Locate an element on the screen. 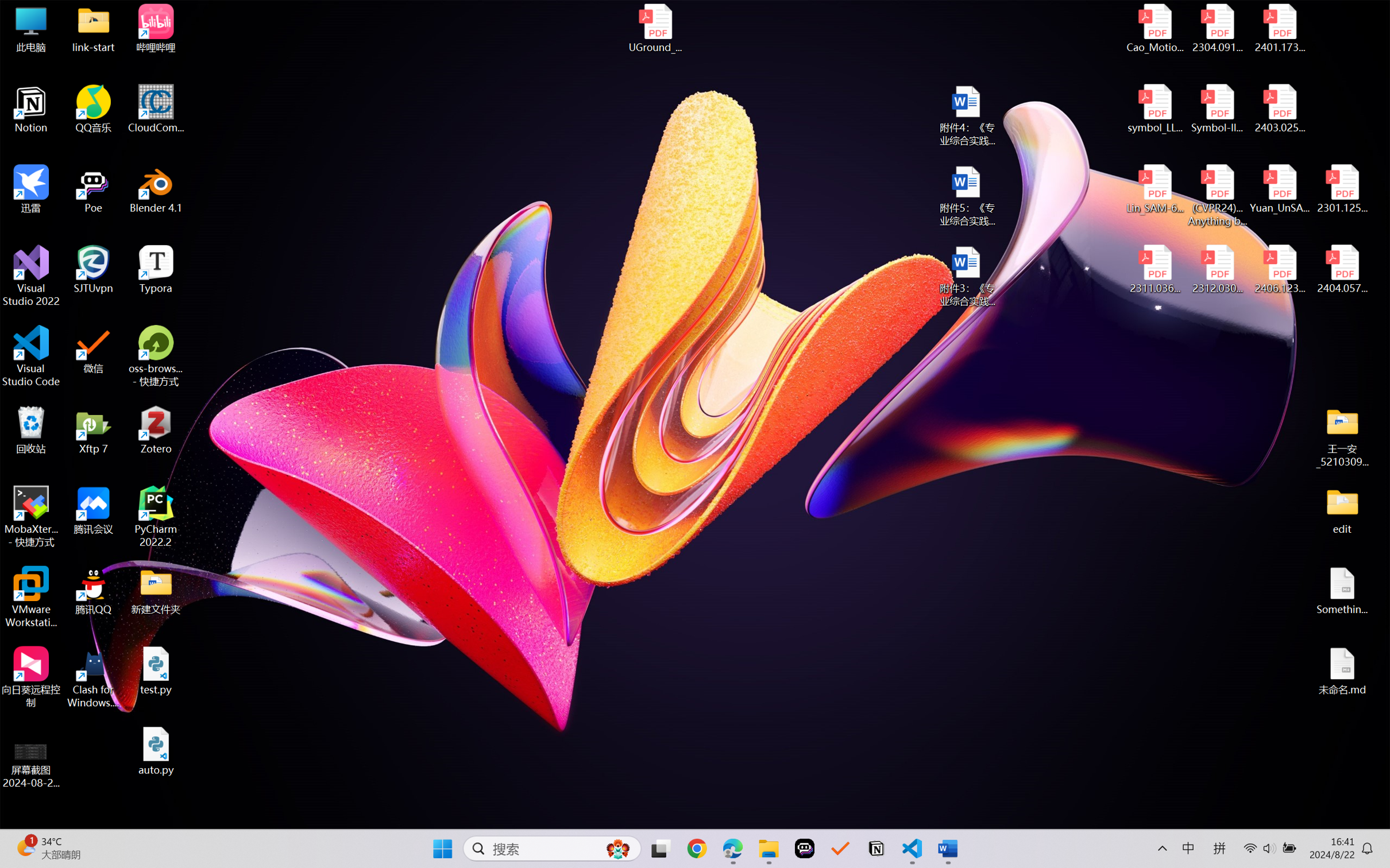 The image size is (1390, 868). 'VMware Workstation Pro' is located at coordinates (30, 597).